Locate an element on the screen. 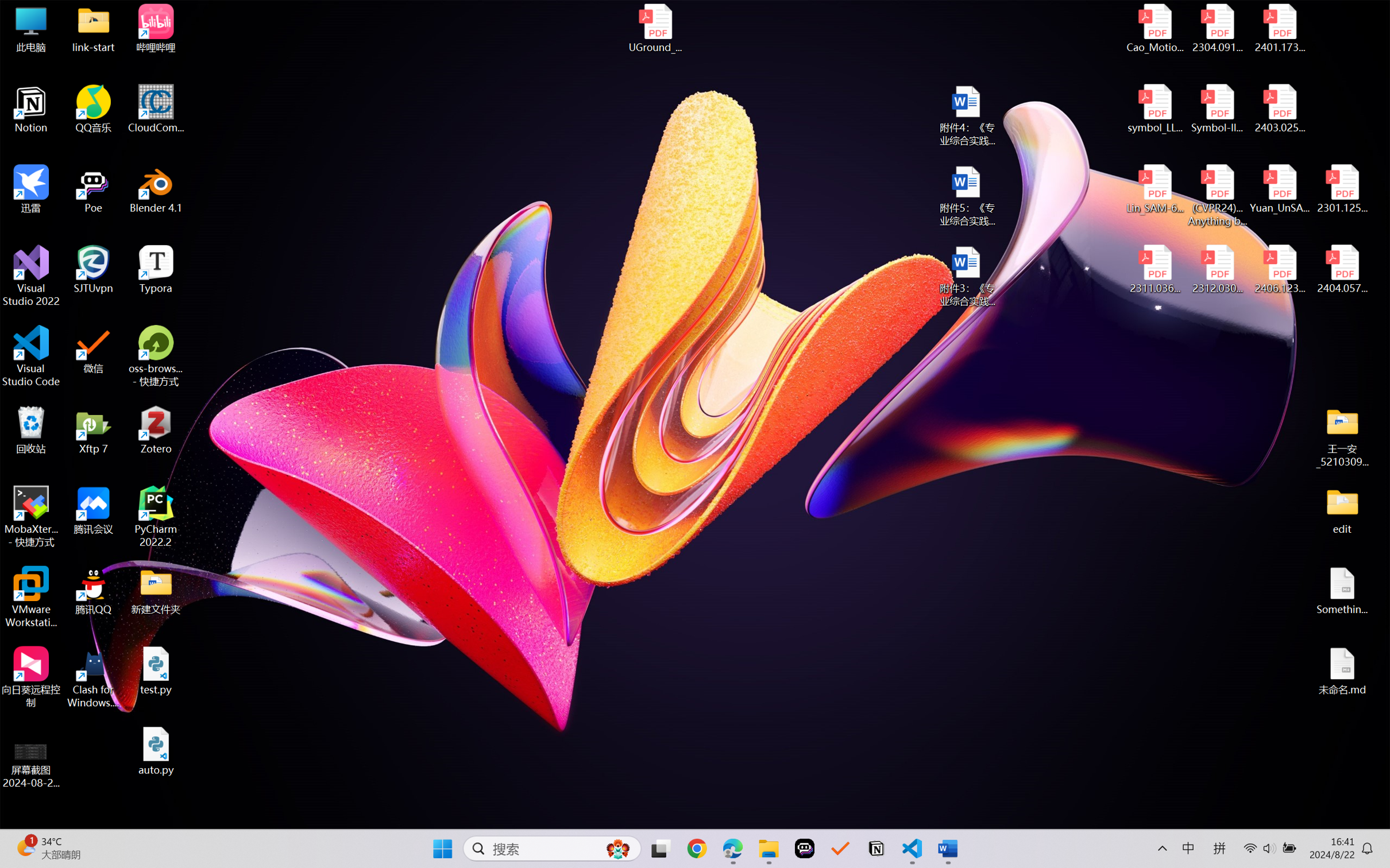 The image size is (1390, 868). 'VMware Workstation Pro' is located at coordinates (30, 597).